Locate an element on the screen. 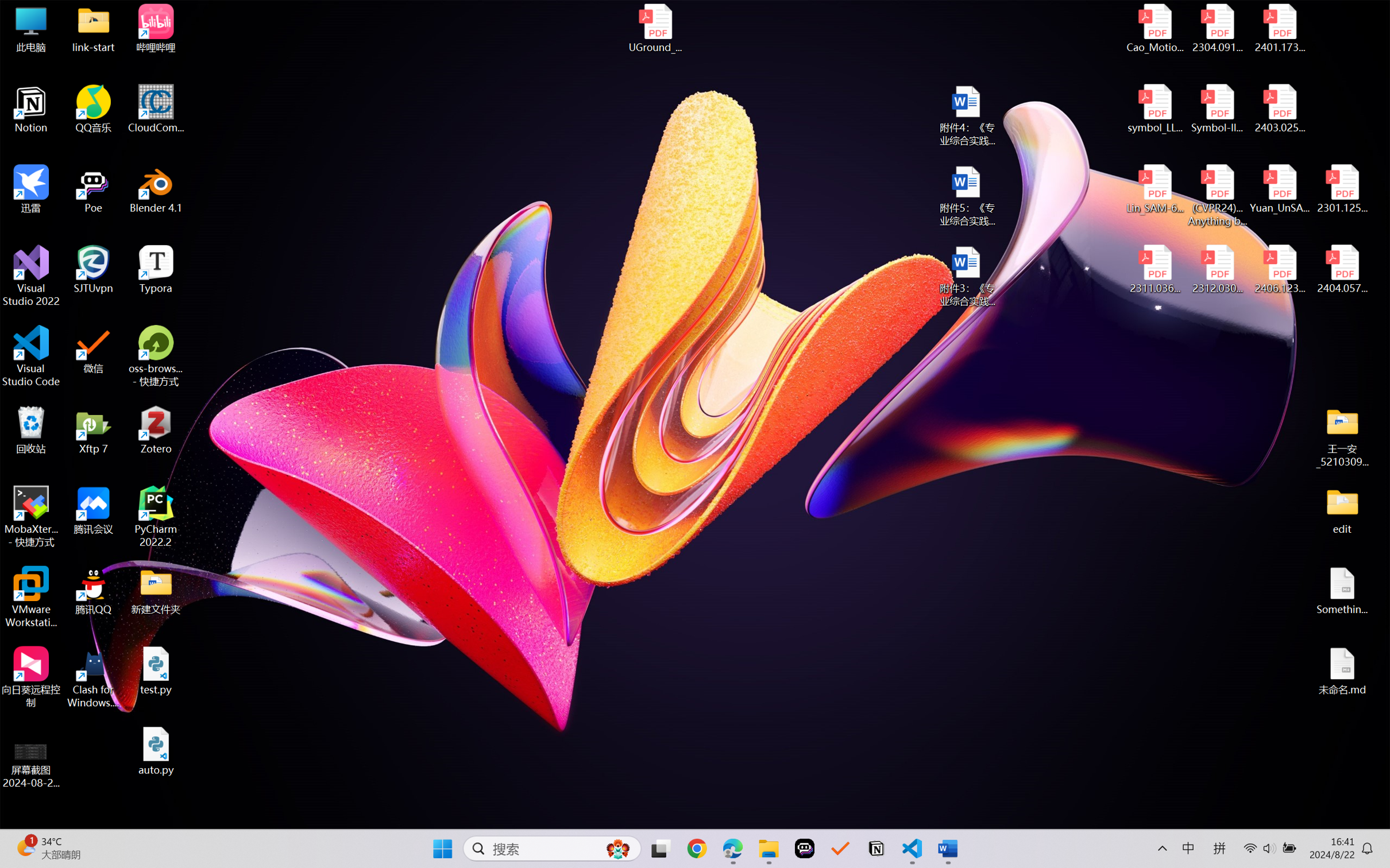 The image size is (1390, 868). 'VMware Workstation Pro' is located at coordinates (30, 597).